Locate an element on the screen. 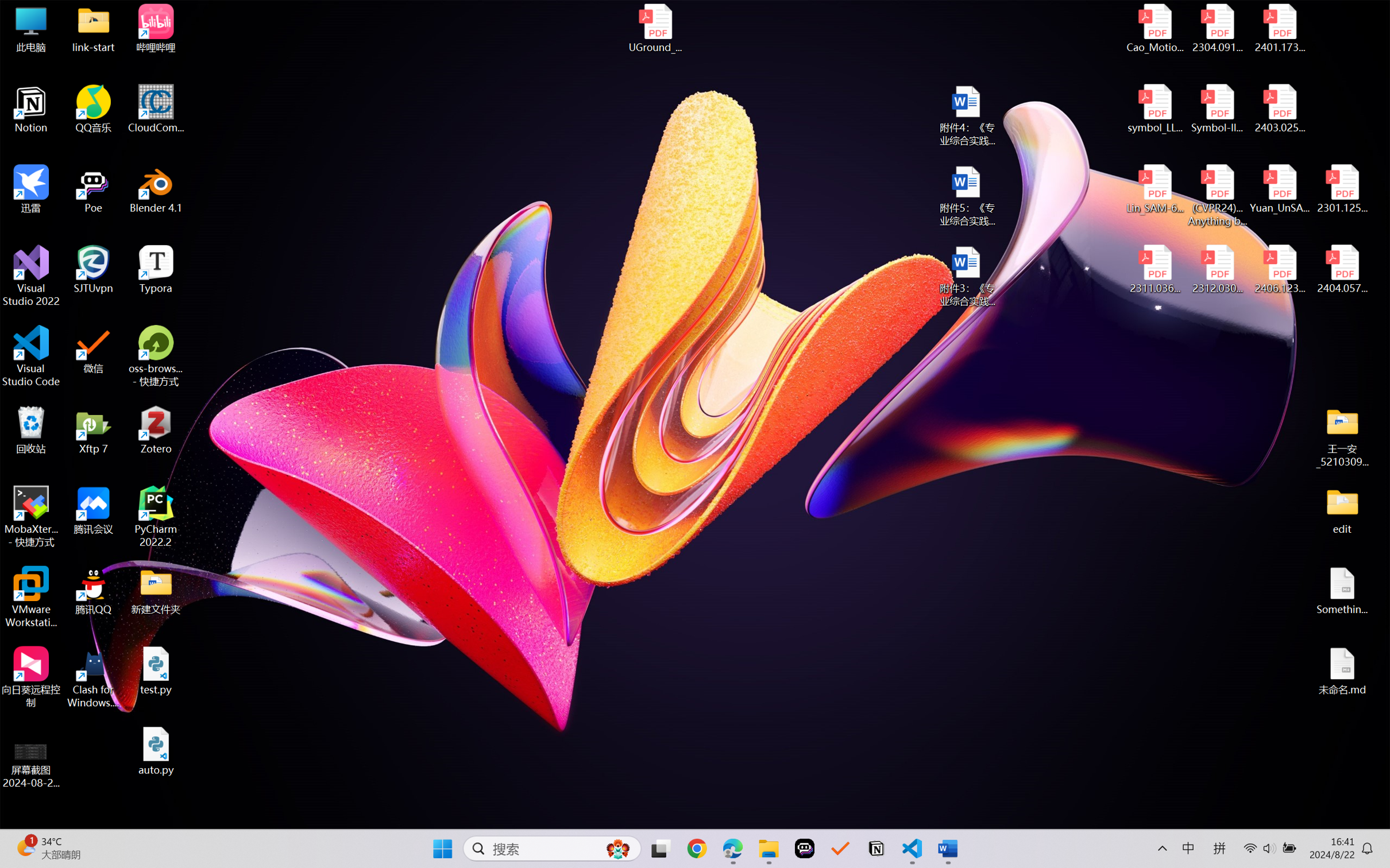 The image size is (1390, 868). 'VMware Workstation Pro' is located at coordinates (30, 597).